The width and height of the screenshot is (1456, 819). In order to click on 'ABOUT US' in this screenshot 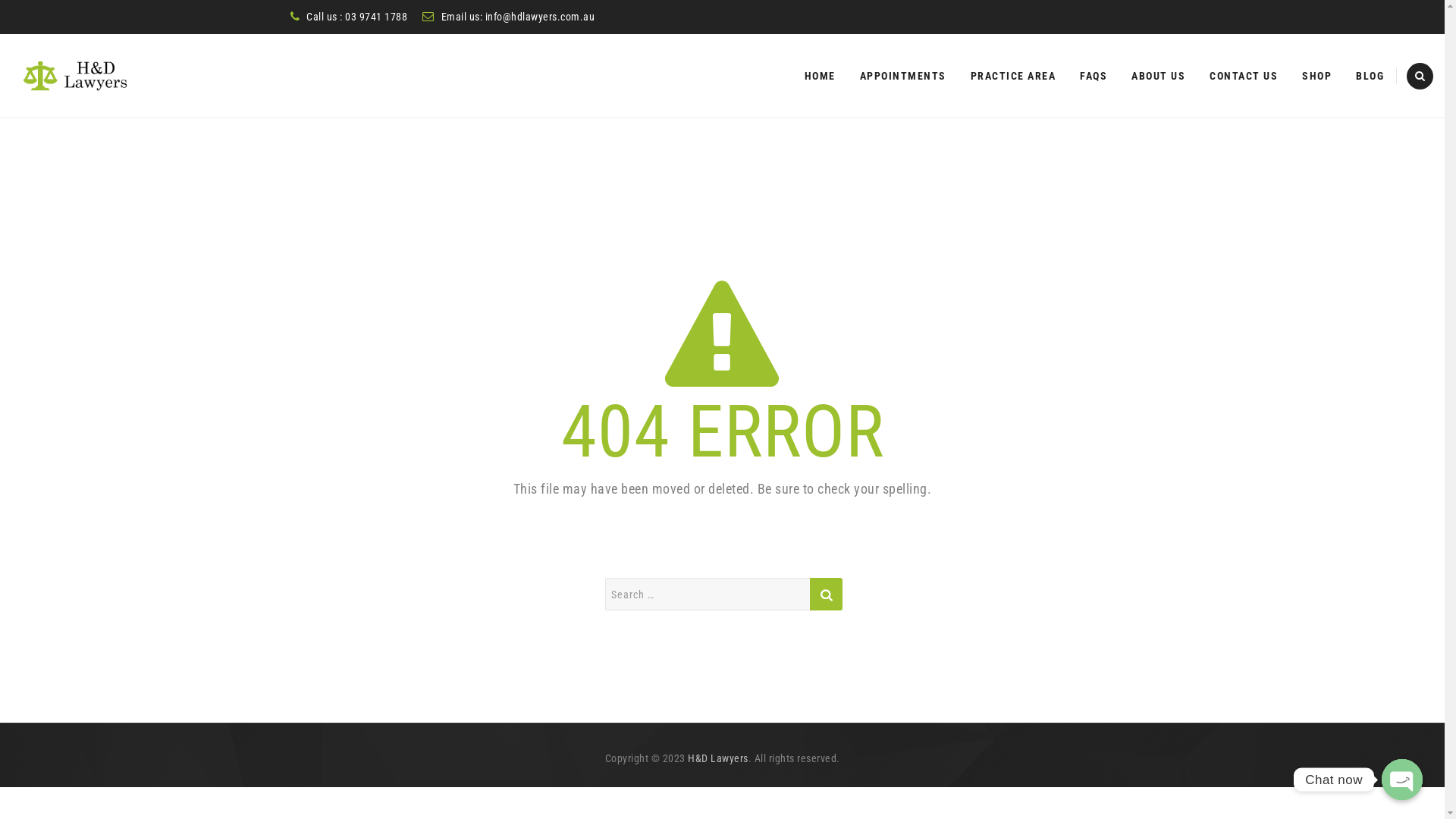, I will do `click(1131, 76)`.